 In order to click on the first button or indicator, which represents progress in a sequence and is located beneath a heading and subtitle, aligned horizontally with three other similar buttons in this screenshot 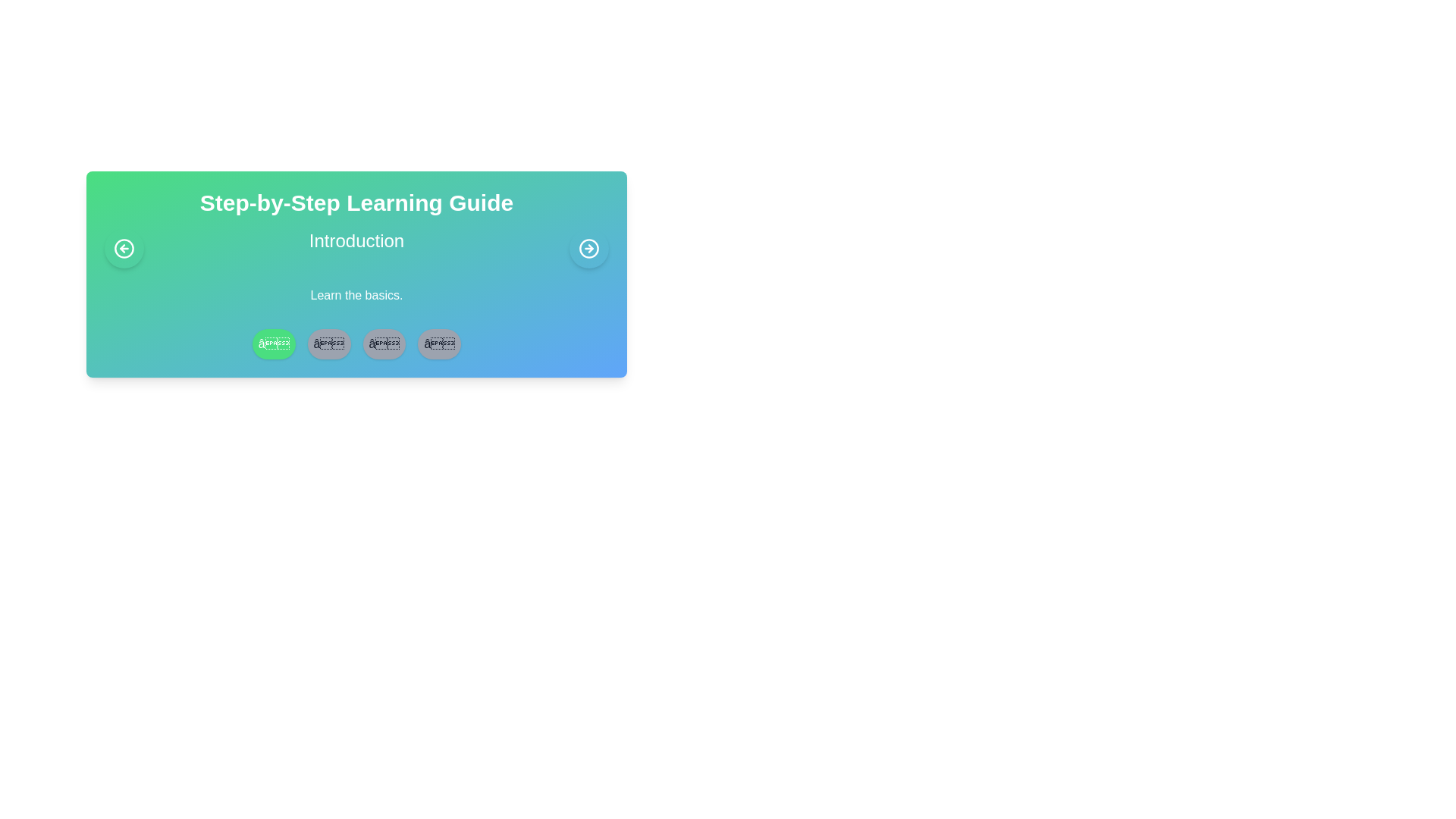, I will do `click(274, 344)`.